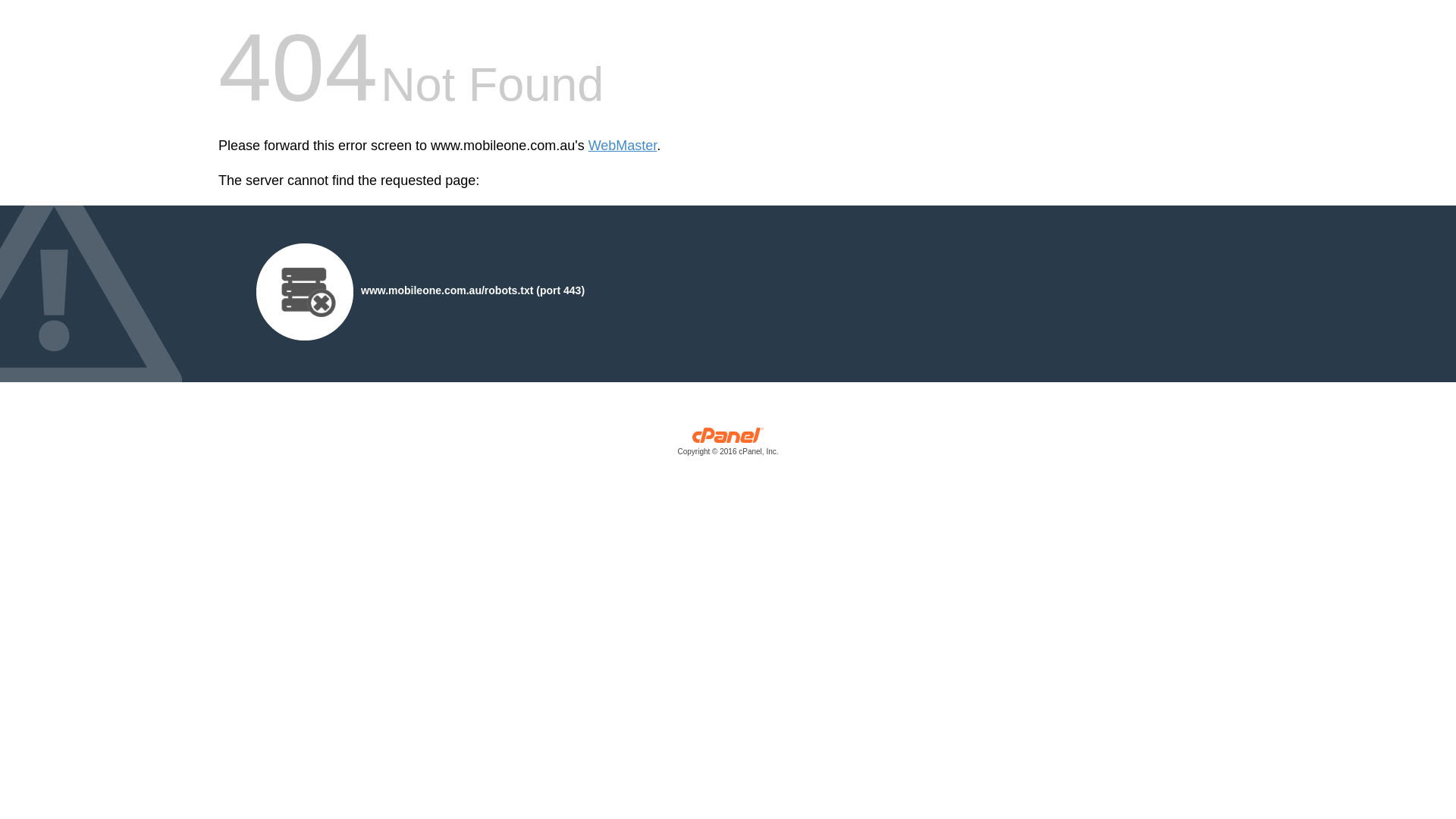  I want to click on 'WebMaster', so click(623, 146).